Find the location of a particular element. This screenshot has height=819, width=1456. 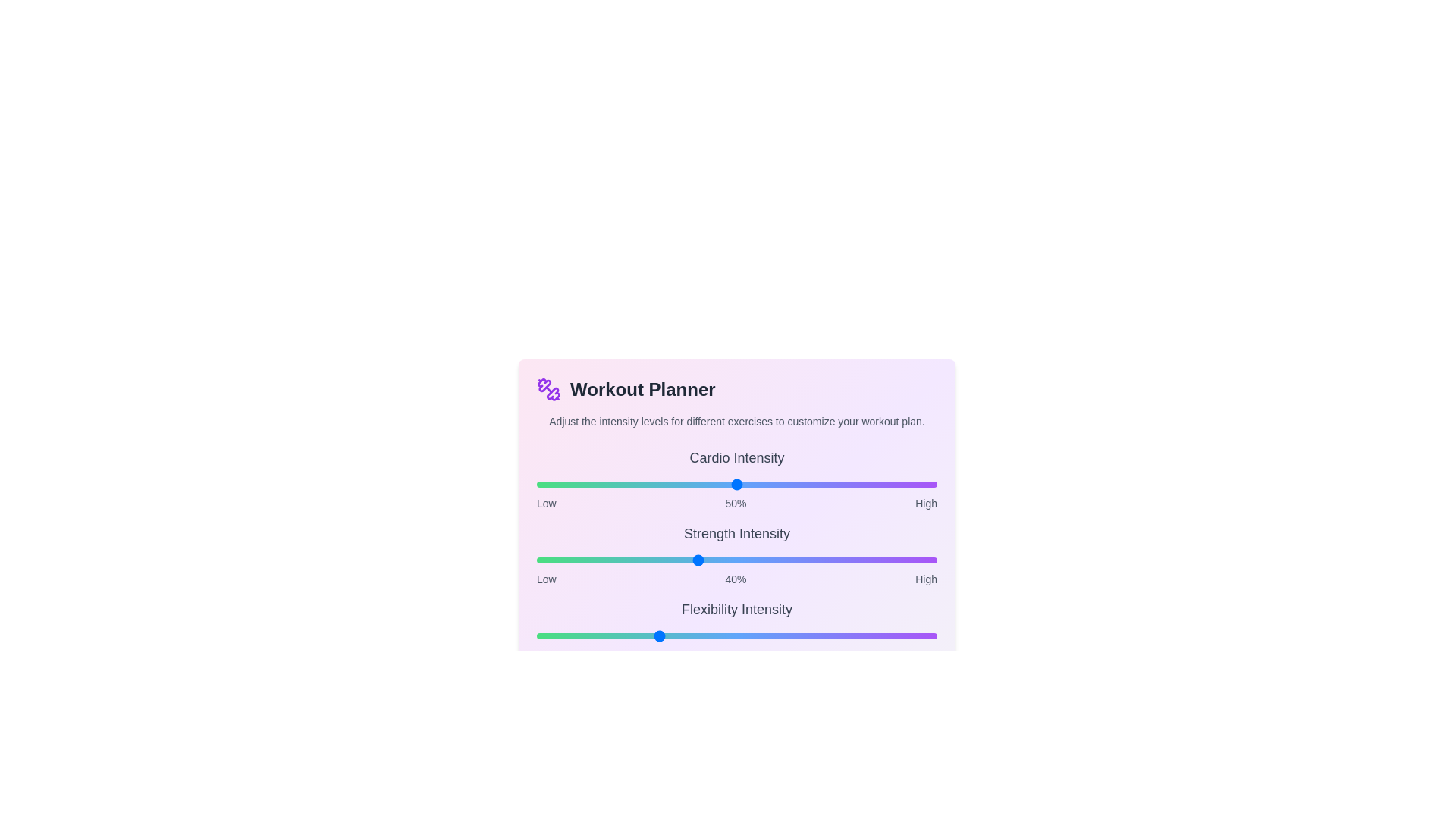

the intensity of the 0 slider to 80% is located at coordinates (857, 485).